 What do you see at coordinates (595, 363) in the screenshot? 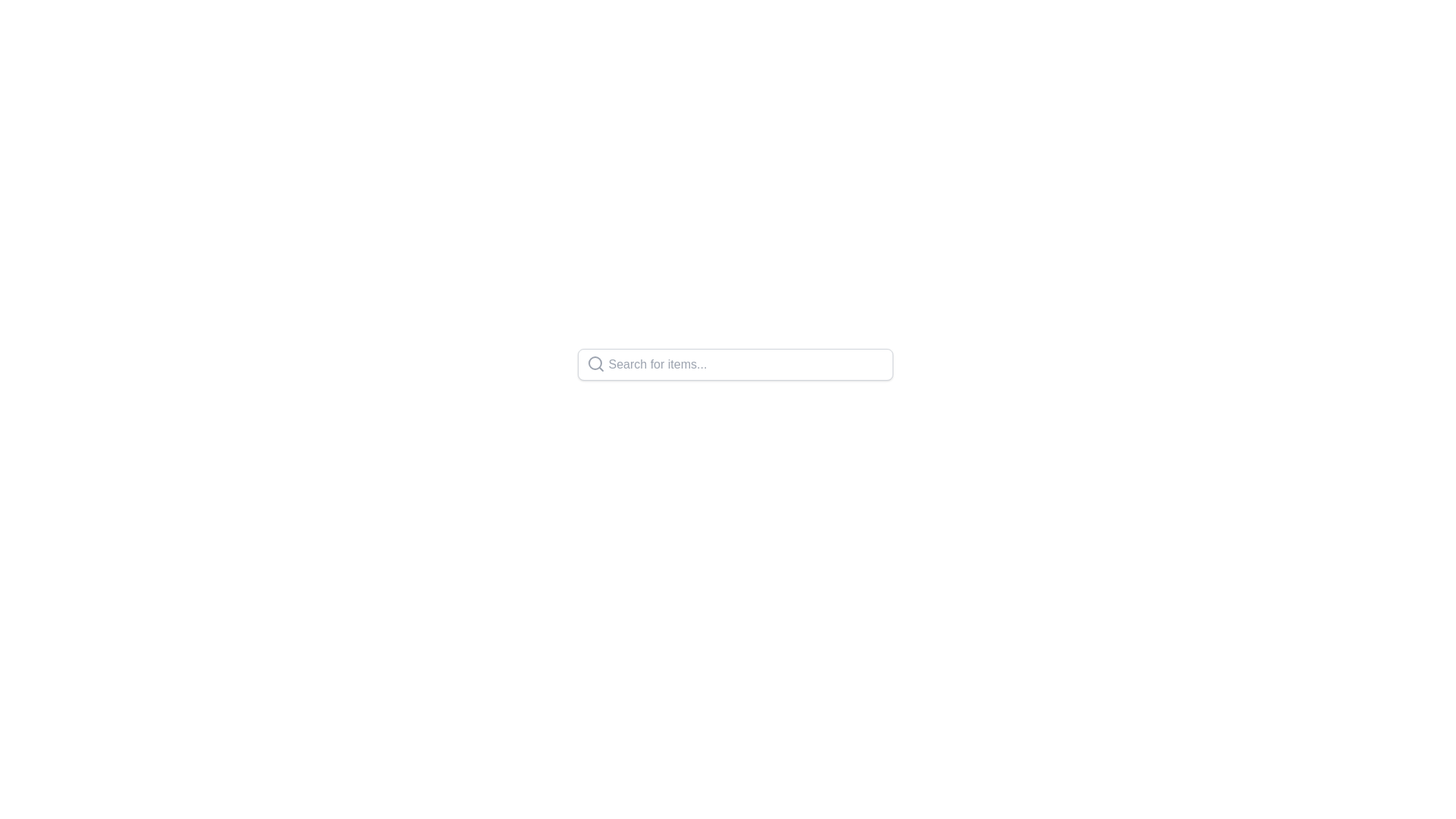
I see `the magnifying glass icon that signifies the search functionality, located inside the search input field to the left of the placeholder text 'Search for items...'` at bounding box center [595, 363].